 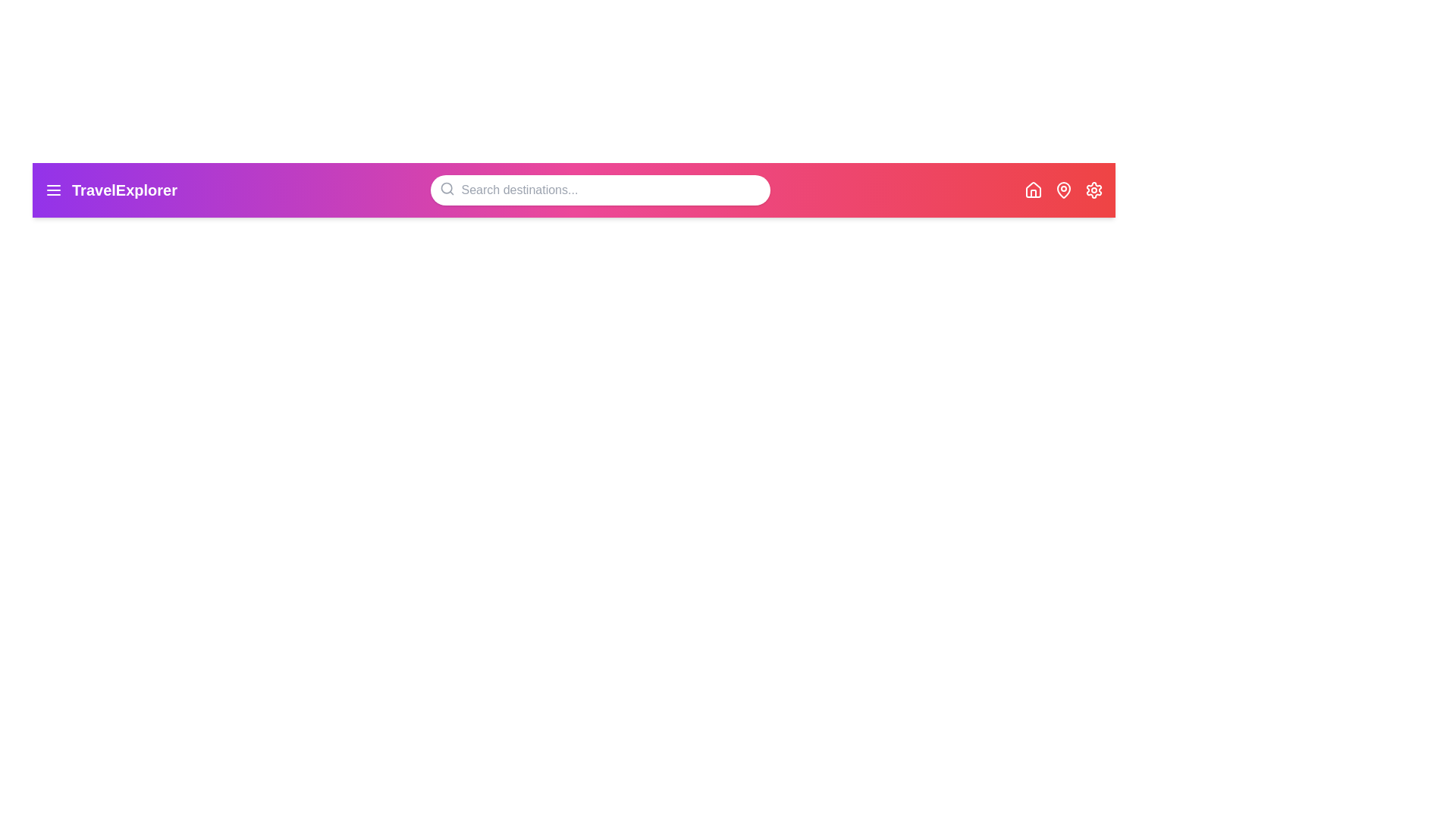 I want to click on the settings icon to access the settings, so click(x=1094, y=189).